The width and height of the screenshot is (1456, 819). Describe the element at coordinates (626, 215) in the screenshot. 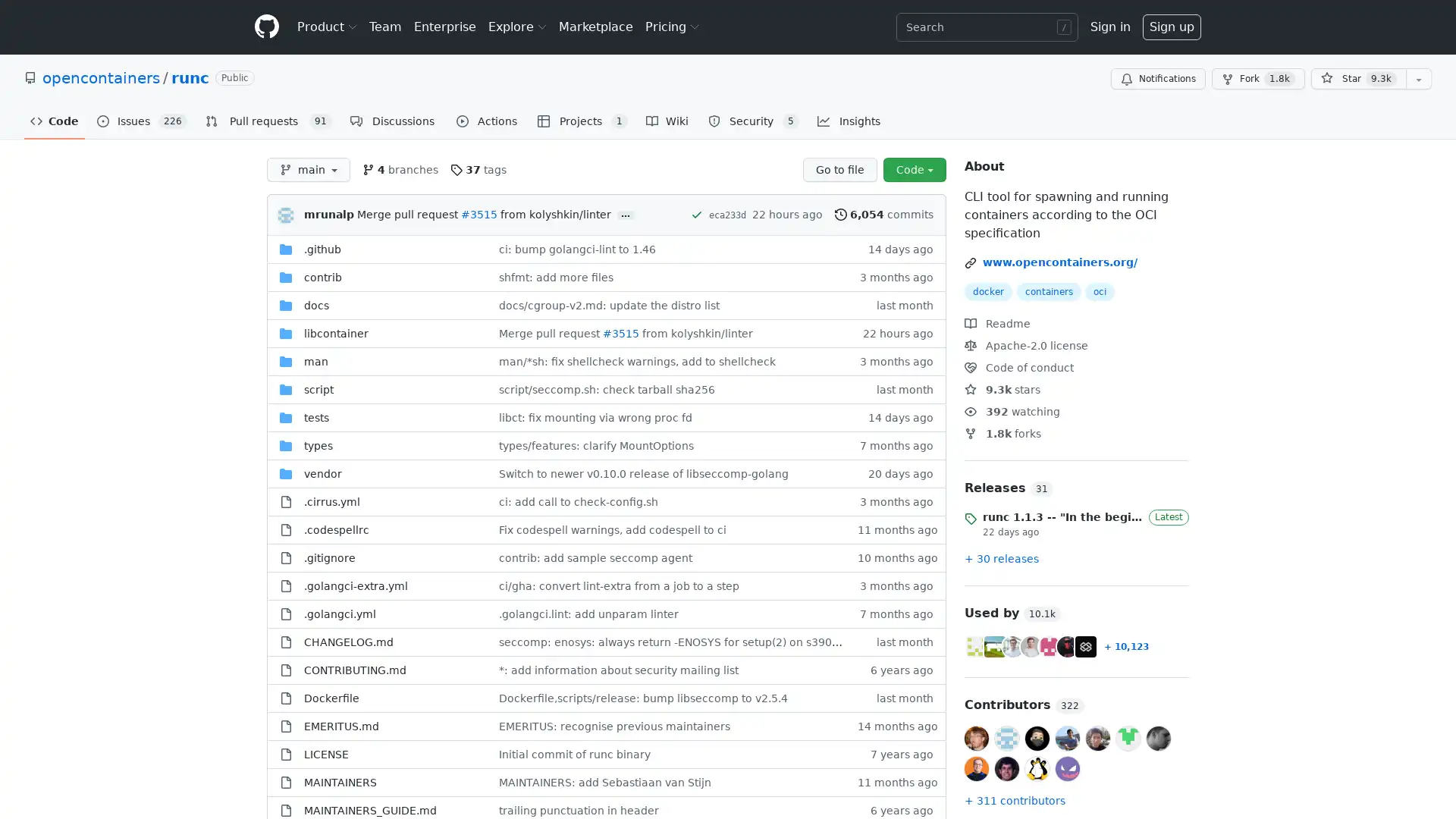

I see `...` at that location.